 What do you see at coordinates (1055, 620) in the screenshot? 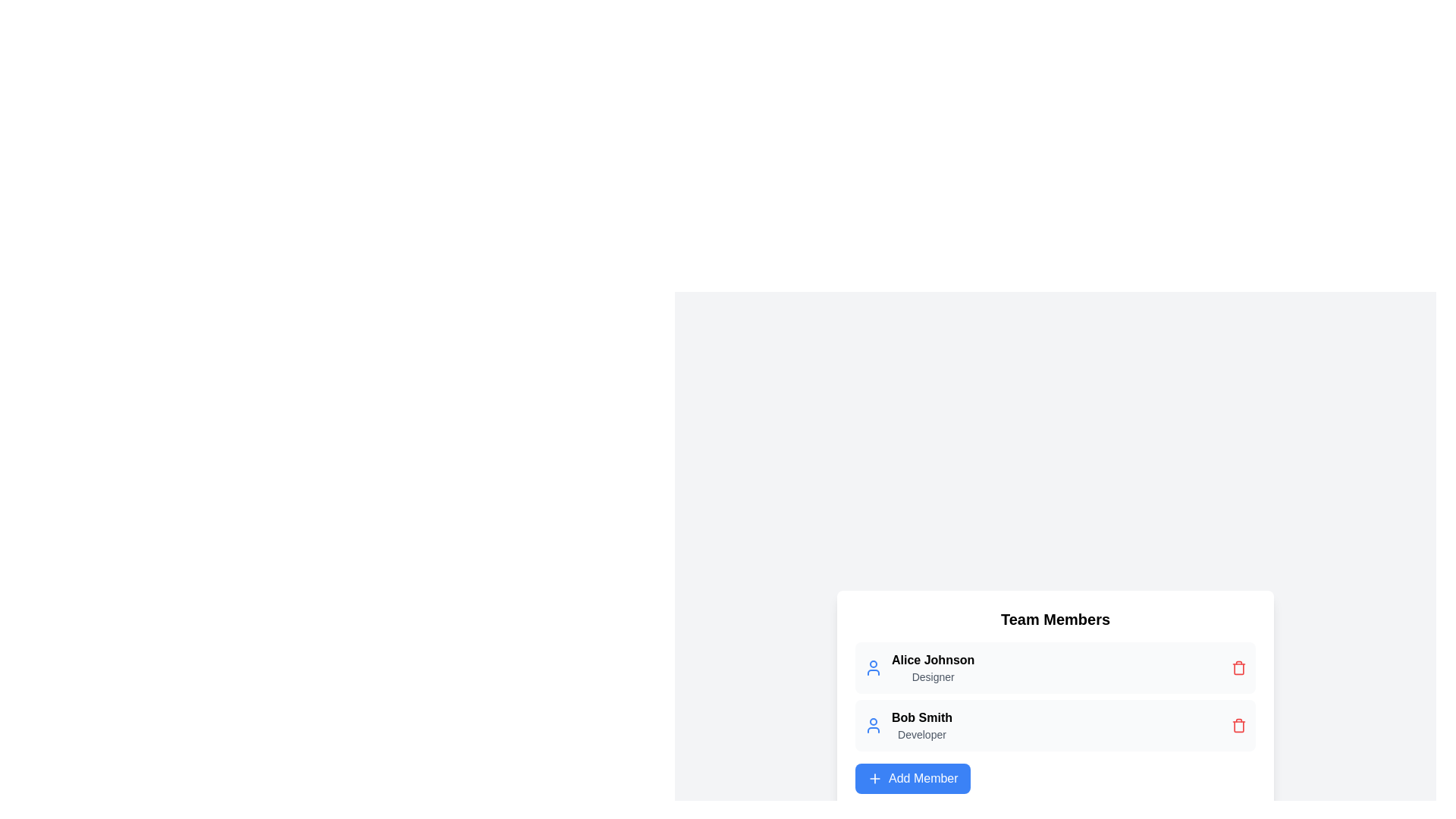
I see `the bold header text 'Team Members' which is prominently displayed at the top of a card layout` at bounding box center [1055, 620].